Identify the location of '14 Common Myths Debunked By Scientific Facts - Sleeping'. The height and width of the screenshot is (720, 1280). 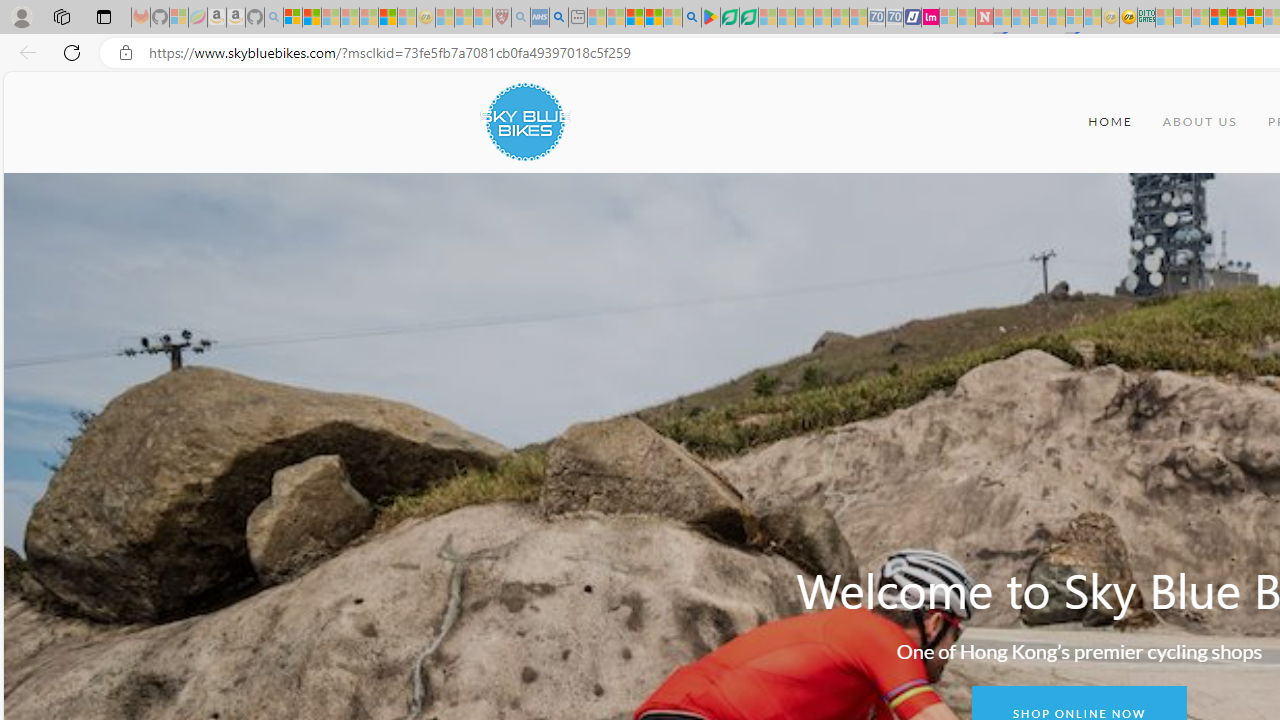
(1020, 17).